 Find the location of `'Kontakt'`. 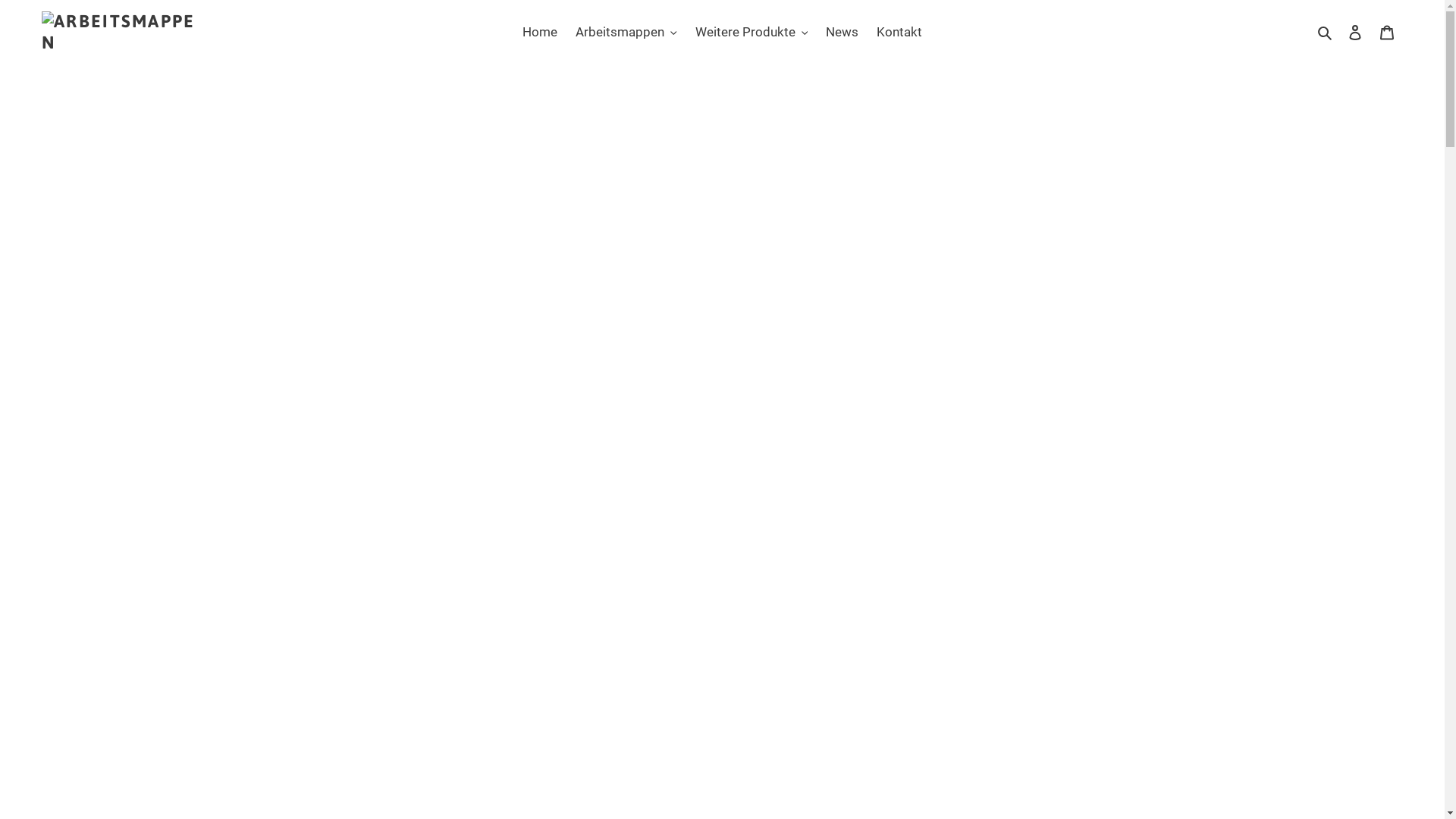

'Kontakt' is located at coordinates (869, 32).